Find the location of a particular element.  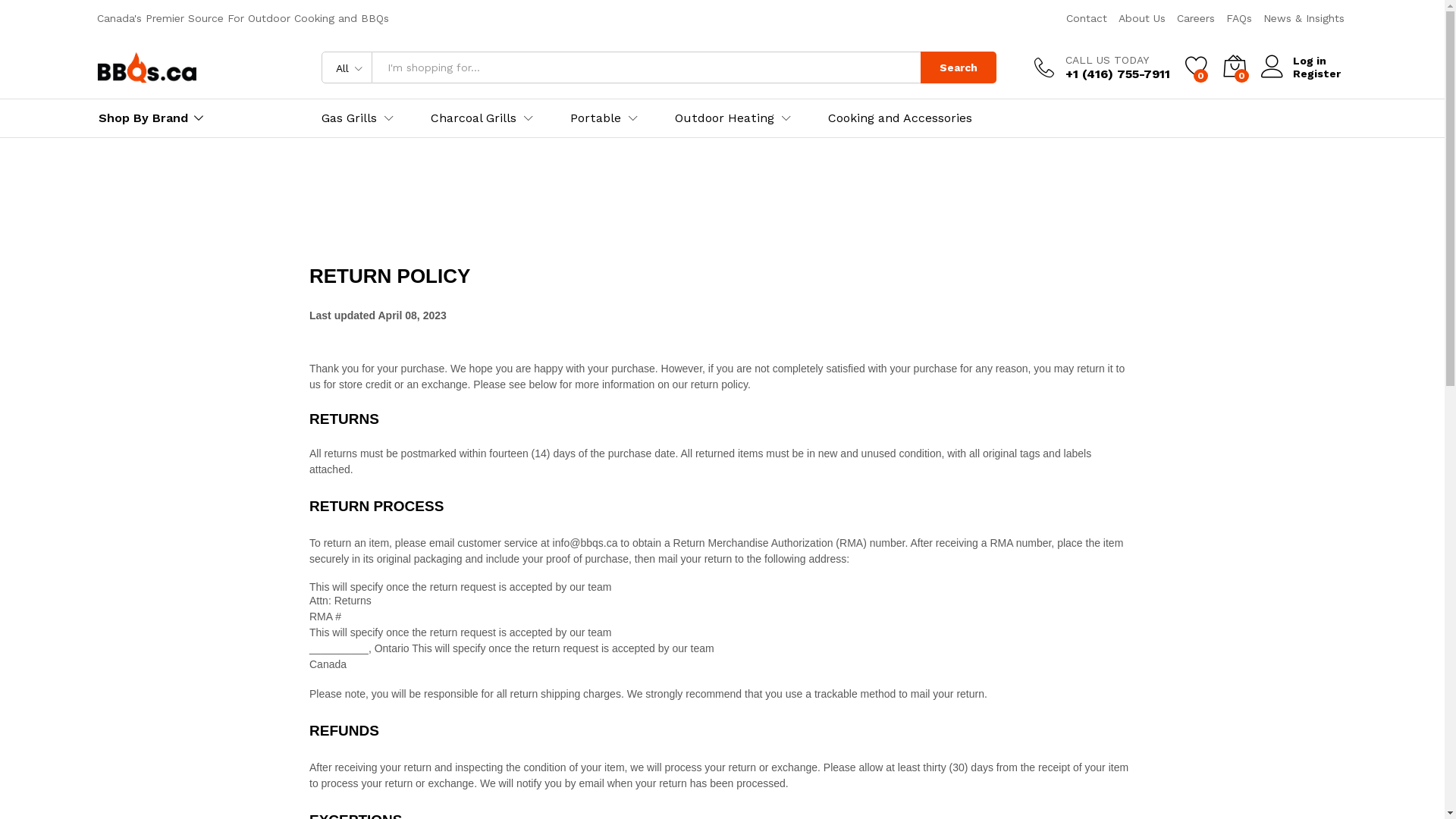

'Portable' is located at coordinates (595, 117).